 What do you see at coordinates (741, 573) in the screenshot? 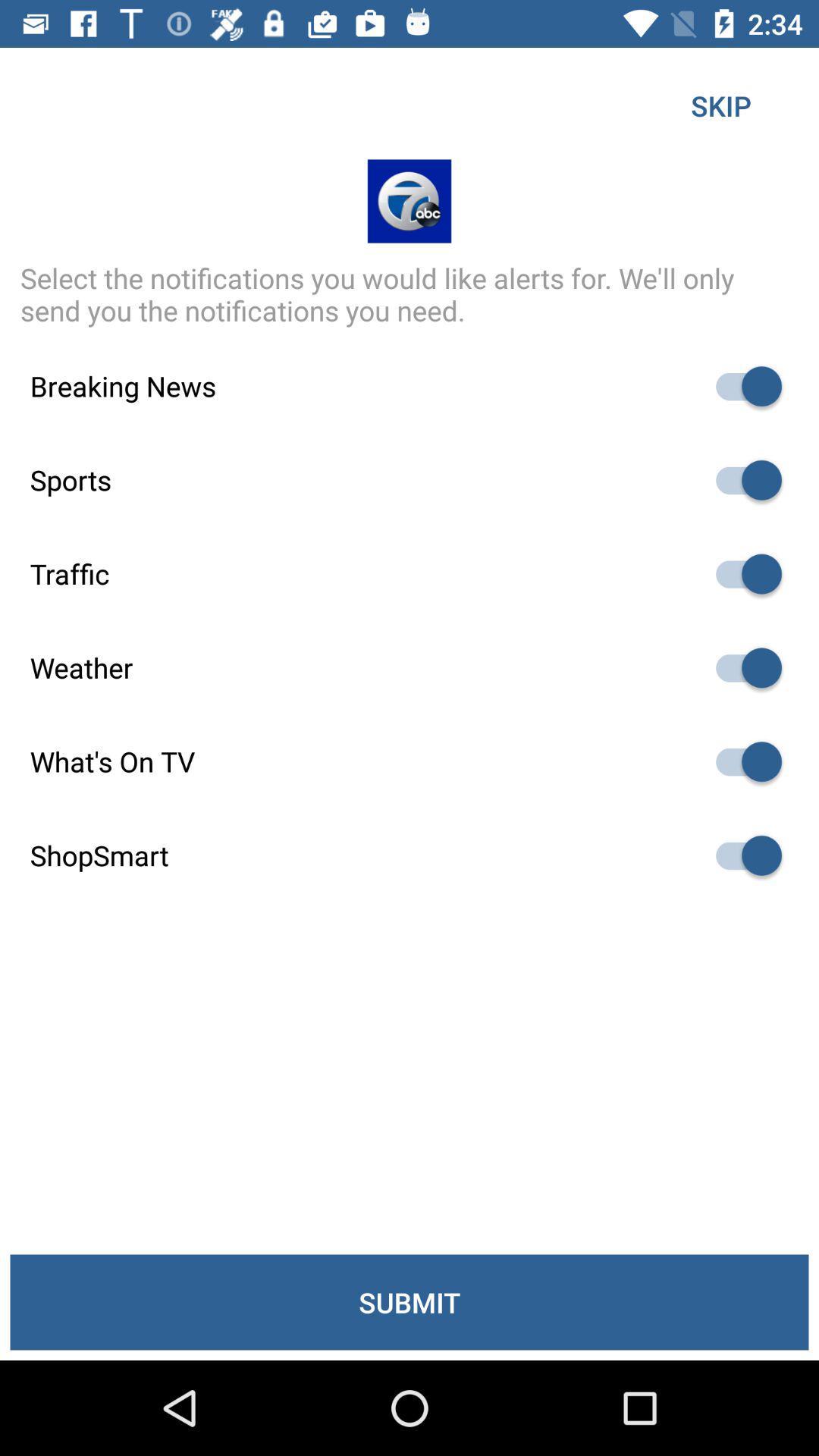
I see `on off` at bounding box center [741, 573].